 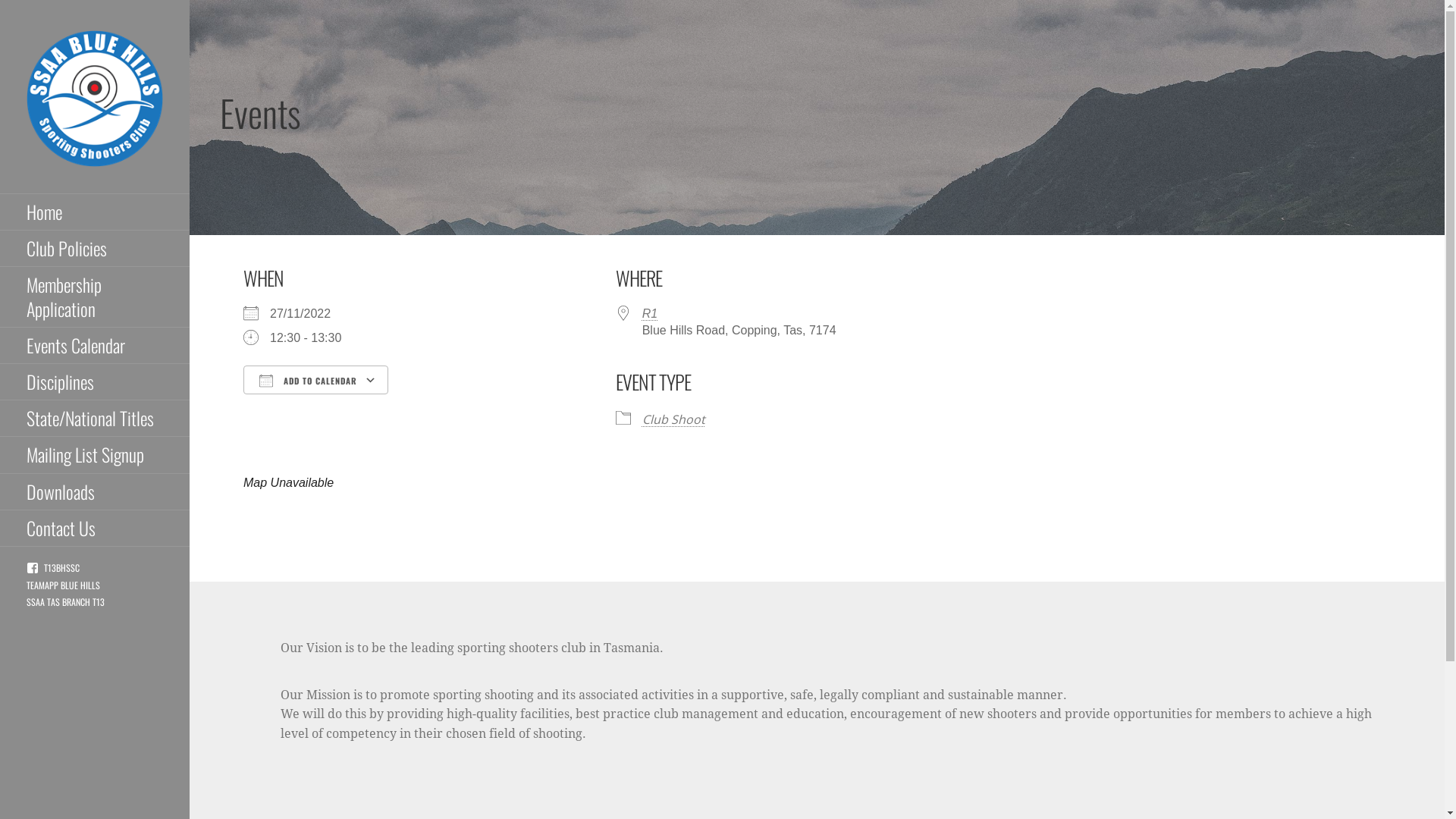 What do you see at coordinates (64, 601) in the screenshot?
I see `'SSAA TAS BRANCH T13'` at bounding box center [64, 601].